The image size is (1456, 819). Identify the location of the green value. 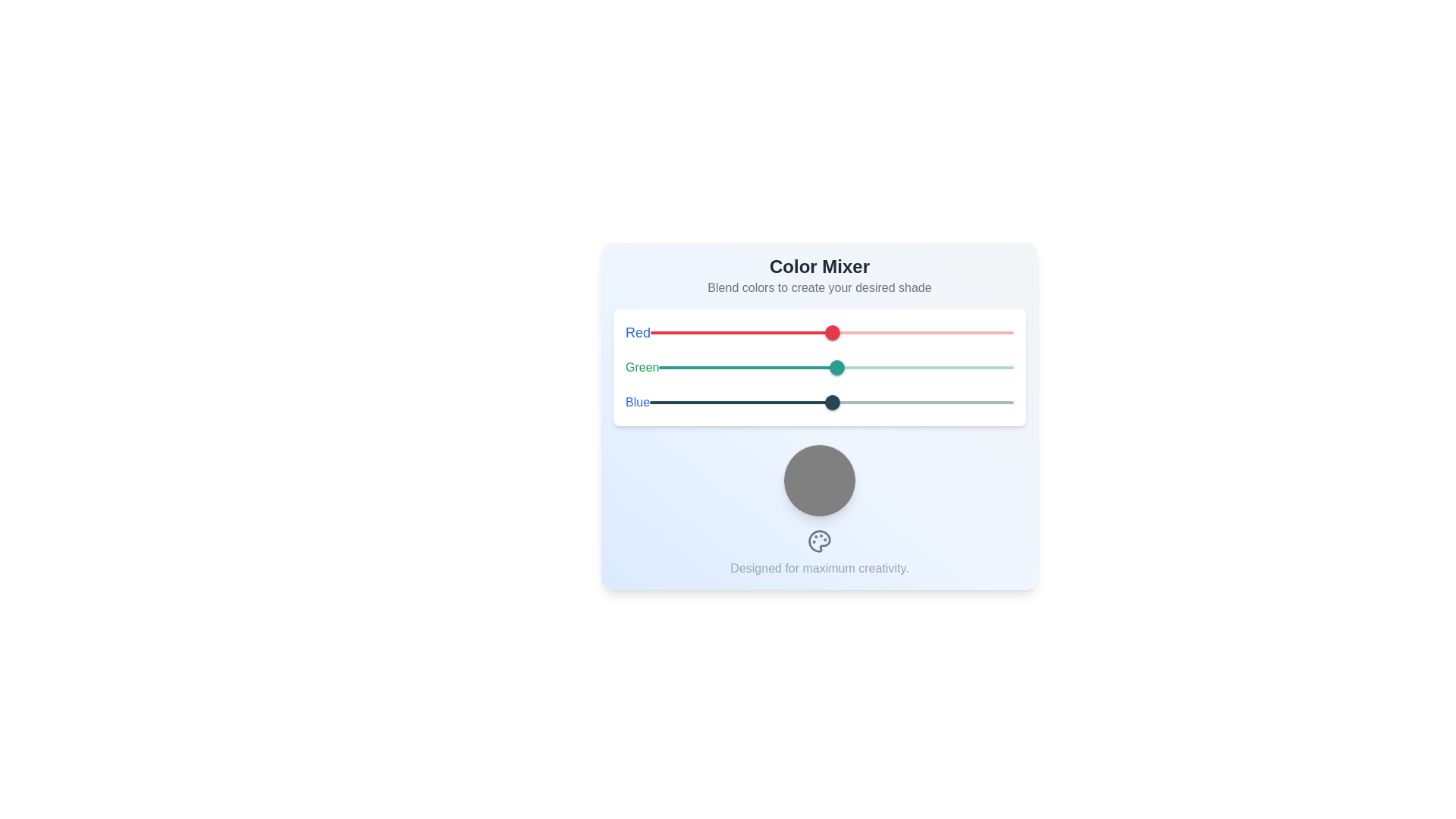
(822, 368).